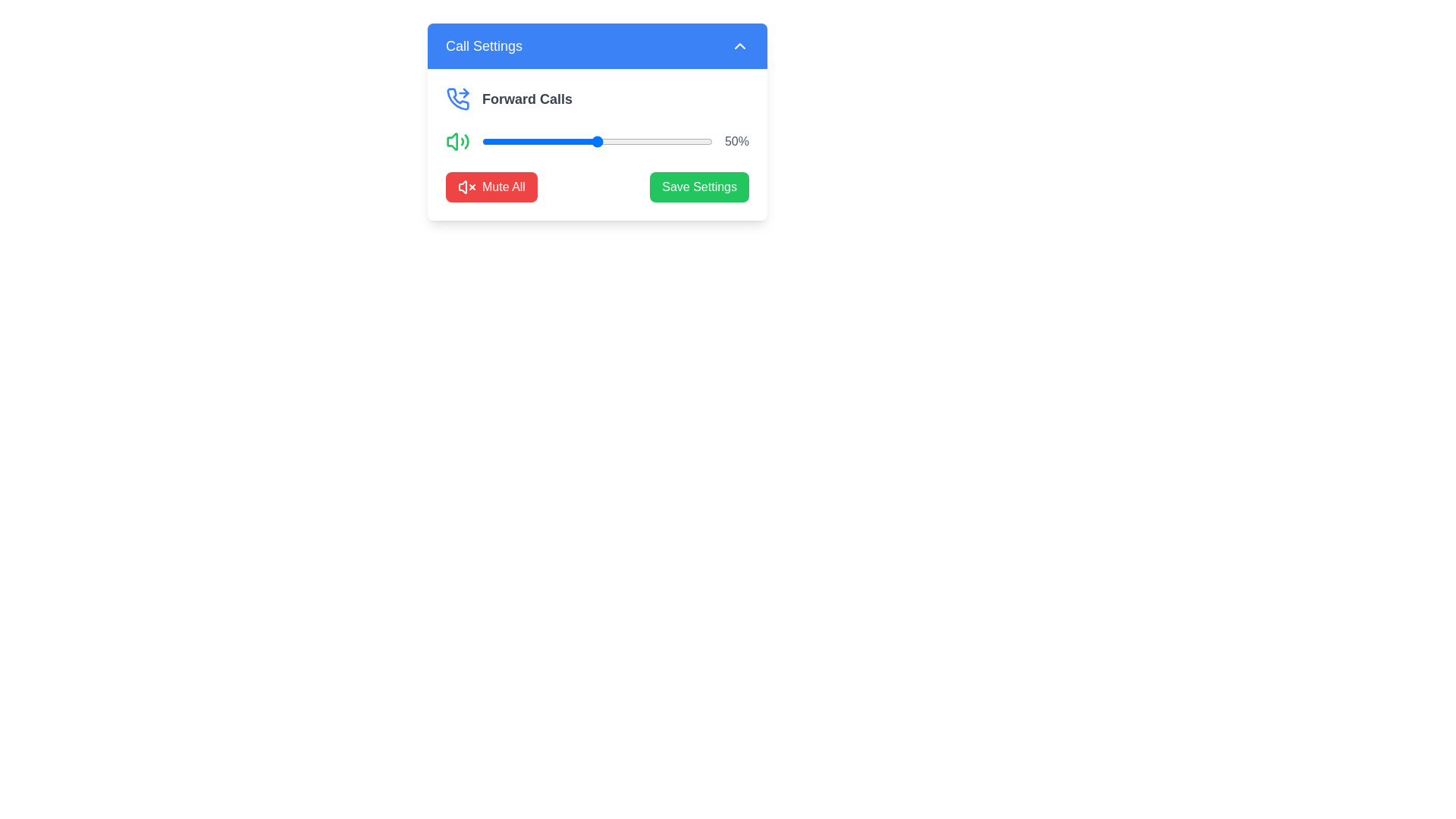  I want to click on the 'Forward Calls' text label, which is a bold dark gray text aligned next to a blue phone icon in the top section of the settings panel, so click(527, 99).